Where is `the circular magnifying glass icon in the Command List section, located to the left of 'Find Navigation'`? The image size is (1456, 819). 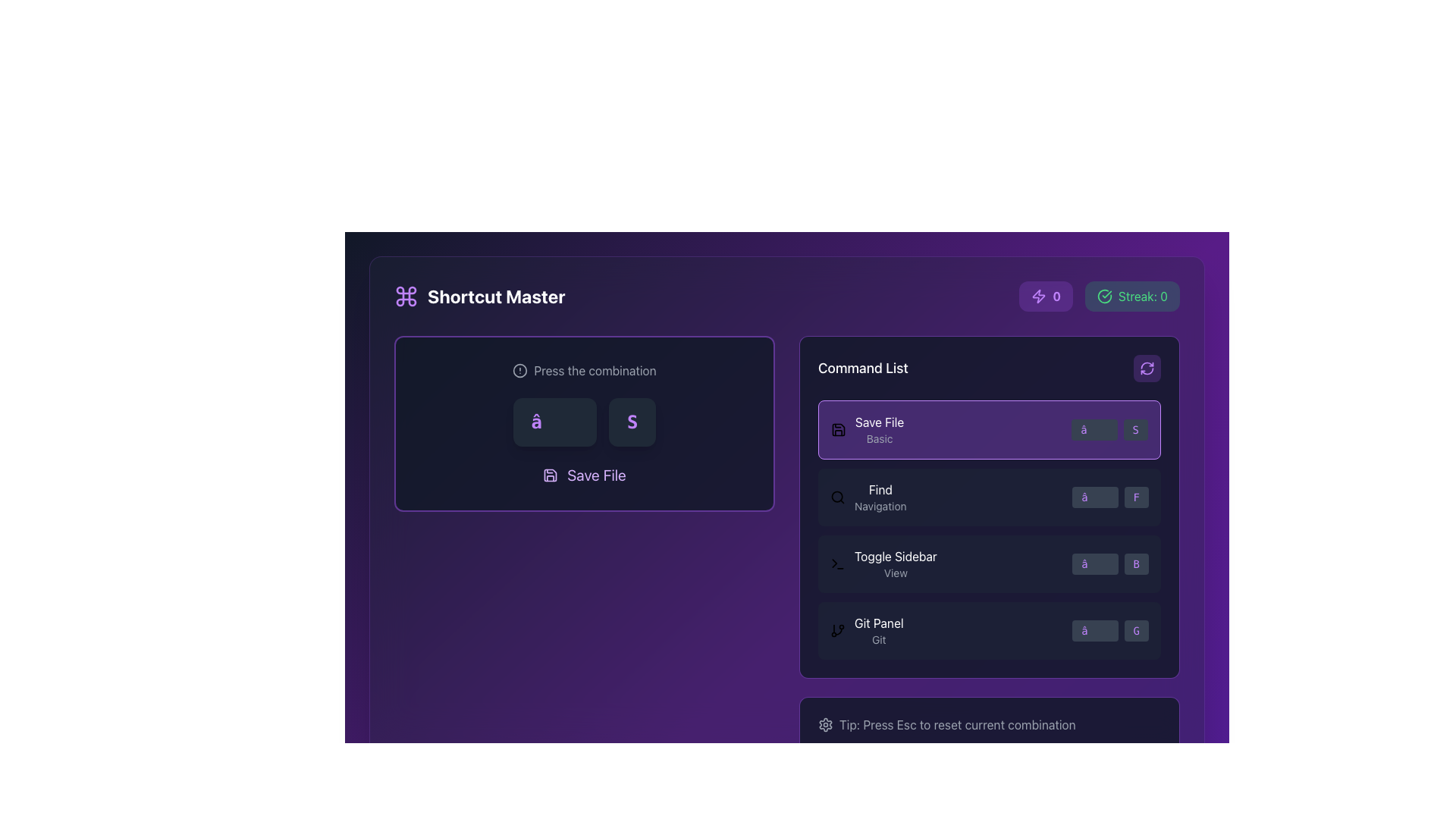 the circular magnifying glass icon in the Command List section, located to the left of 'Find Navigation' is located at coordinates (836, 497).